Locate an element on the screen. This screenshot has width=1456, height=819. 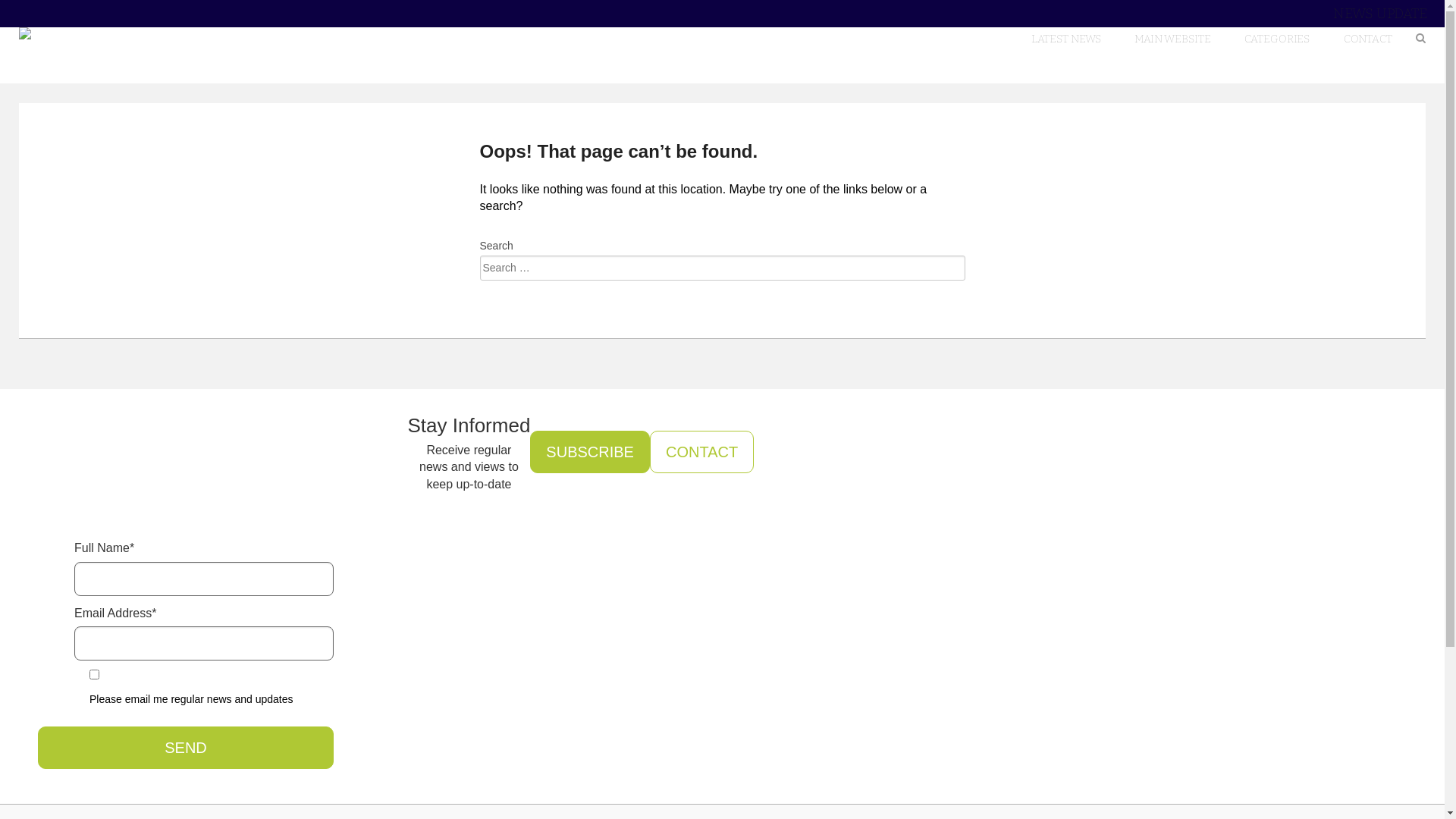
'MAIN WEBSITE' is located at coordinates (1172, 38).